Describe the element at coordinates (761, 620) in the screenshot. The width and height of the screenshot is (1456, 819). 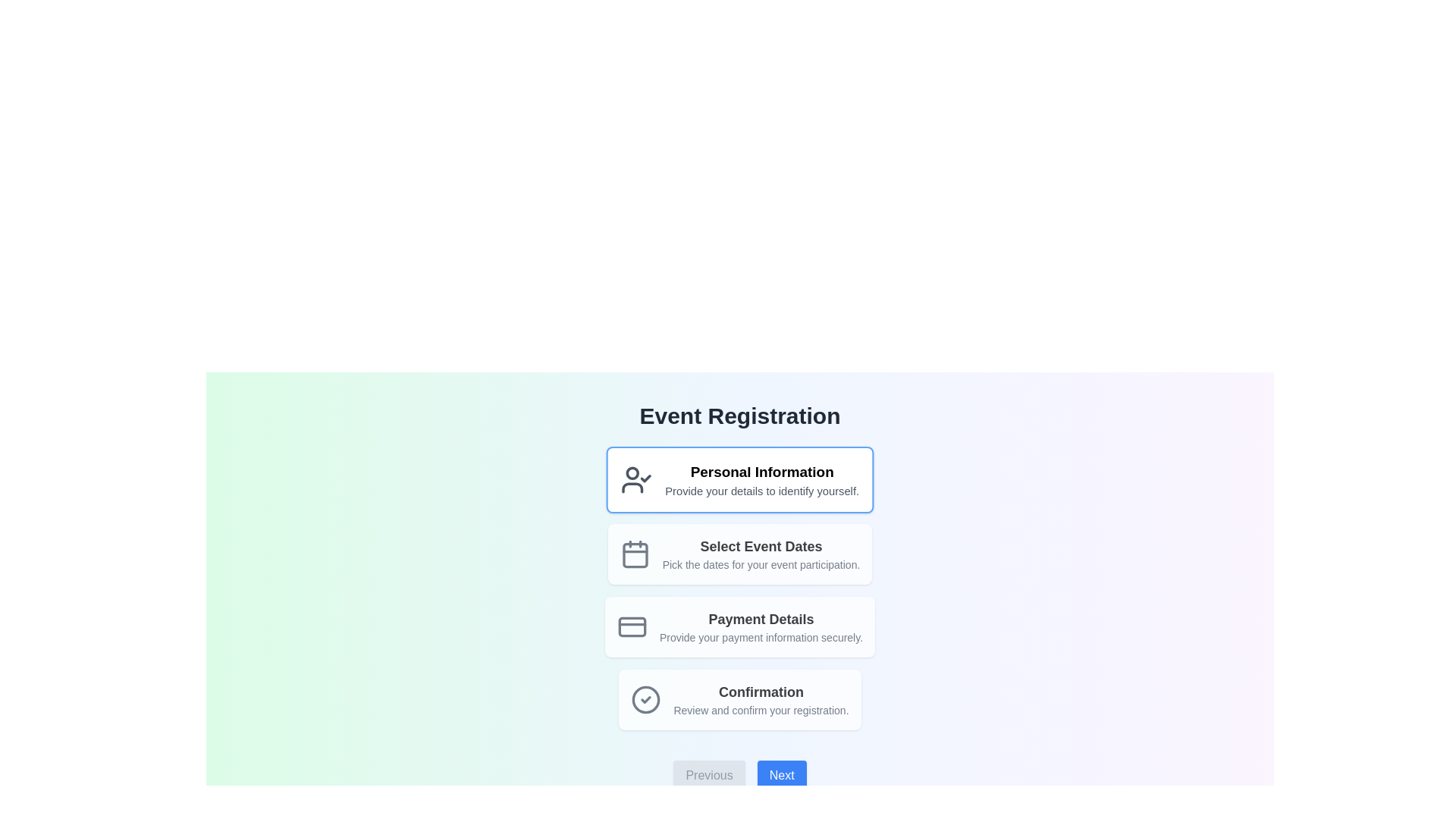
I see `the 'Payment Details' text label which is bold, large, and dark colored, positioned in the third option group of the registration process interface` at that location.